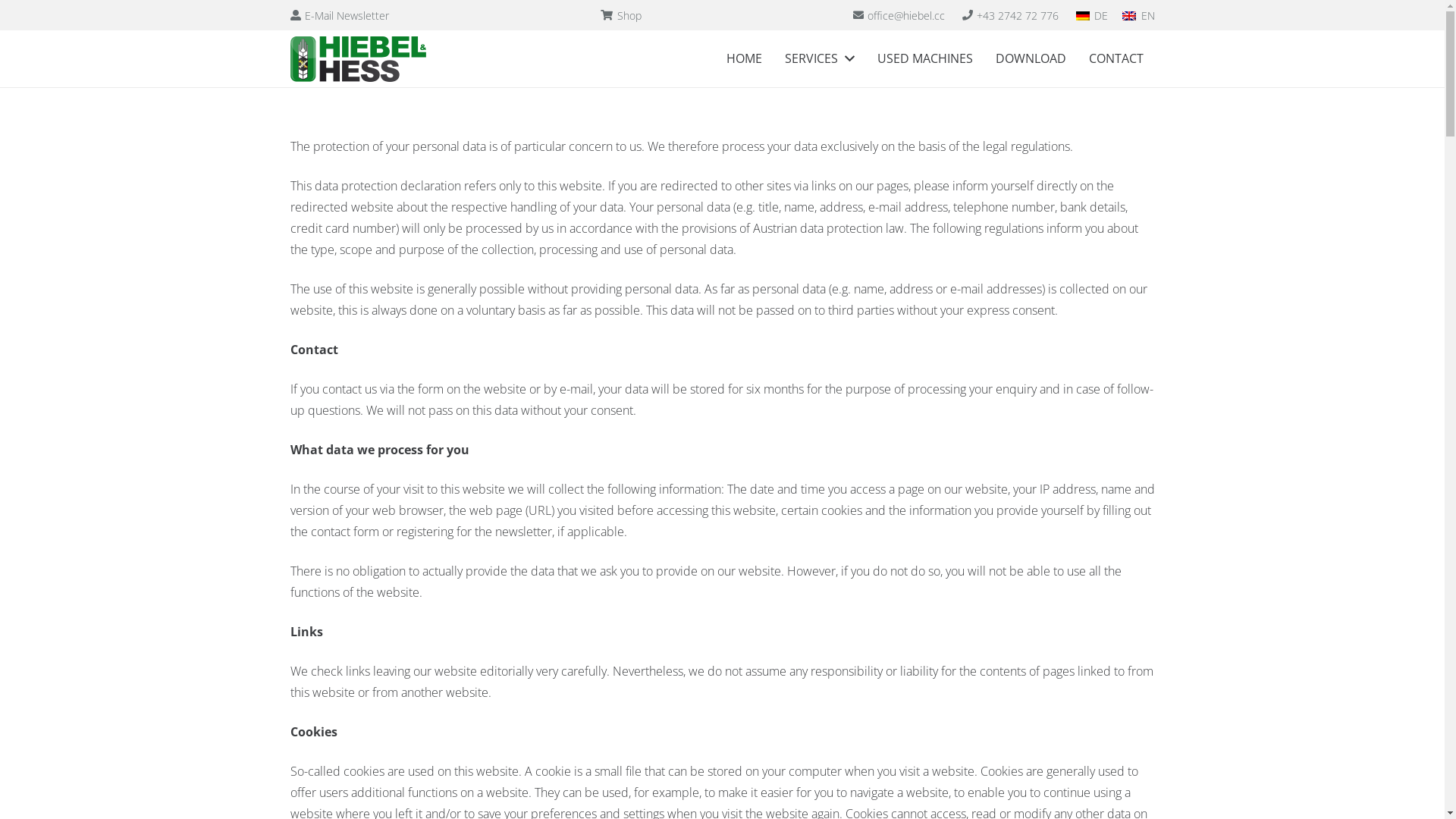 The height and width of the screenshot is (819, 1456). I want to click on 'Shop', so click(621, 14).